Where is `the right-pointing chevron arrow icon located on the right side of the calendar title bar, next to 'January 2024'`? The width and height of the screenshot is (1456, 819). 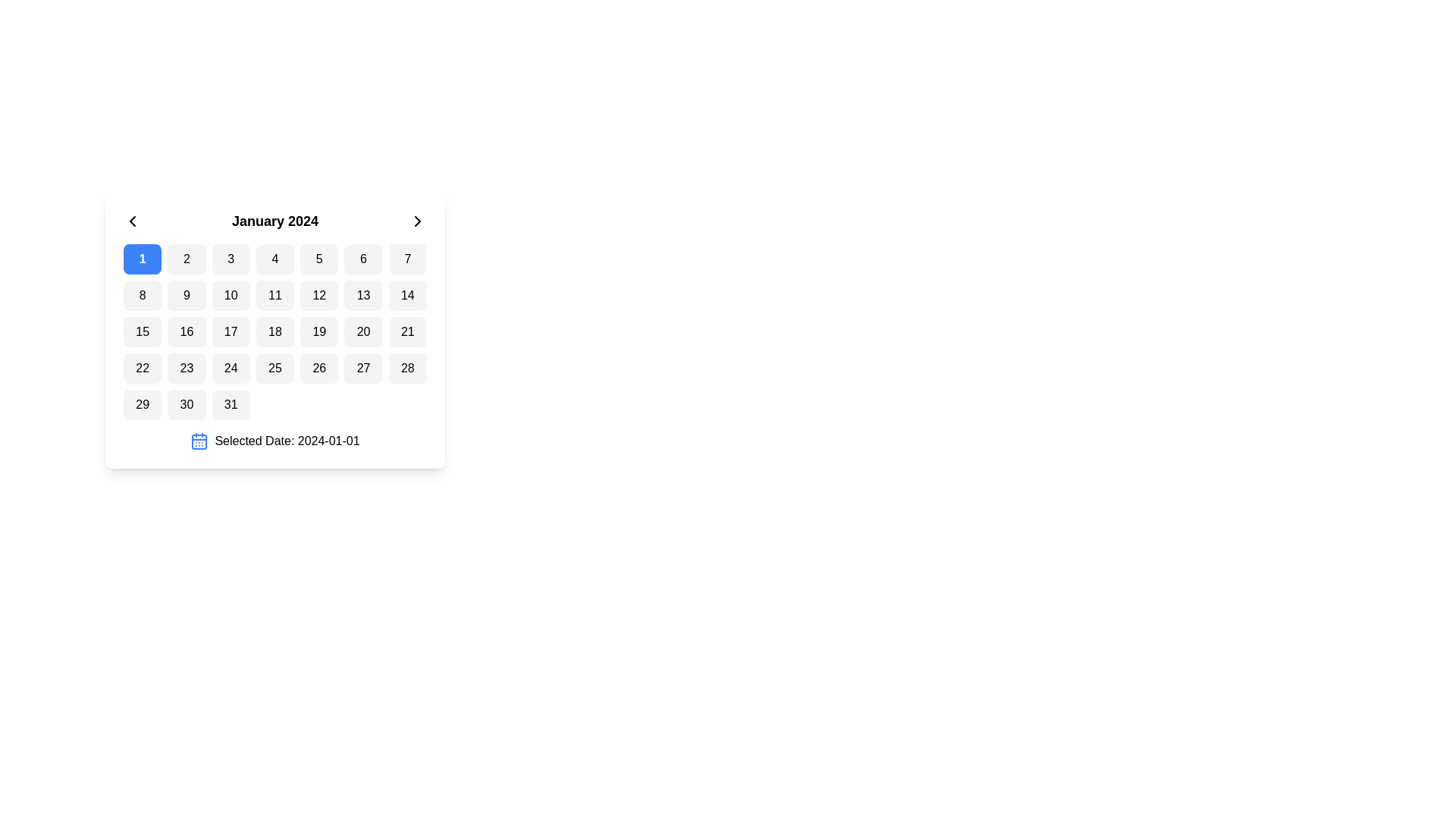
the right-pointing chevron arrow icon located on the right side of the calendar title bar, next to 'January 2024' is located at coordinates (418, 221).